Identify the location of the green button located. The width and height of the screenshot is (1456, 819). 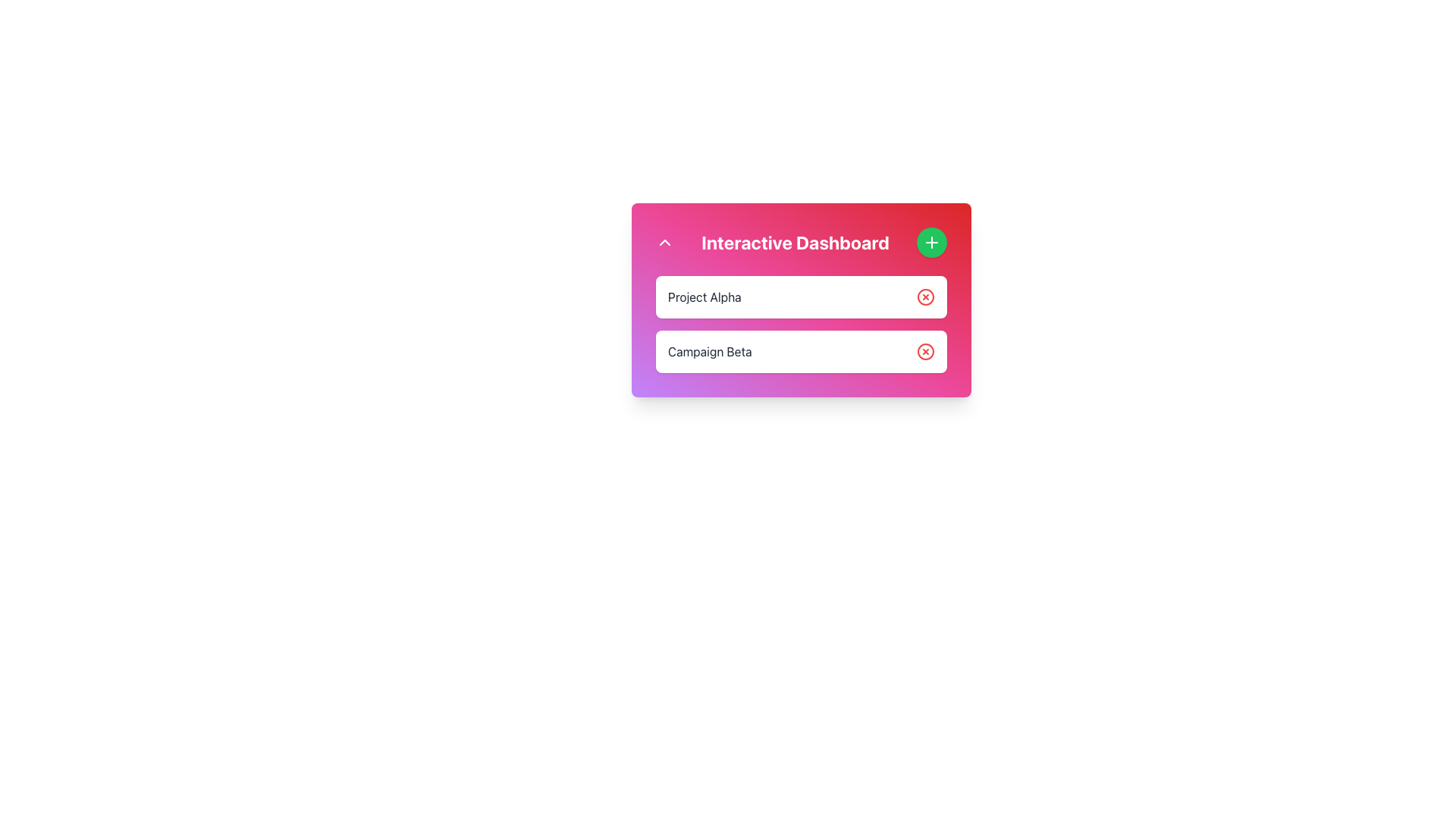
(930, 242).